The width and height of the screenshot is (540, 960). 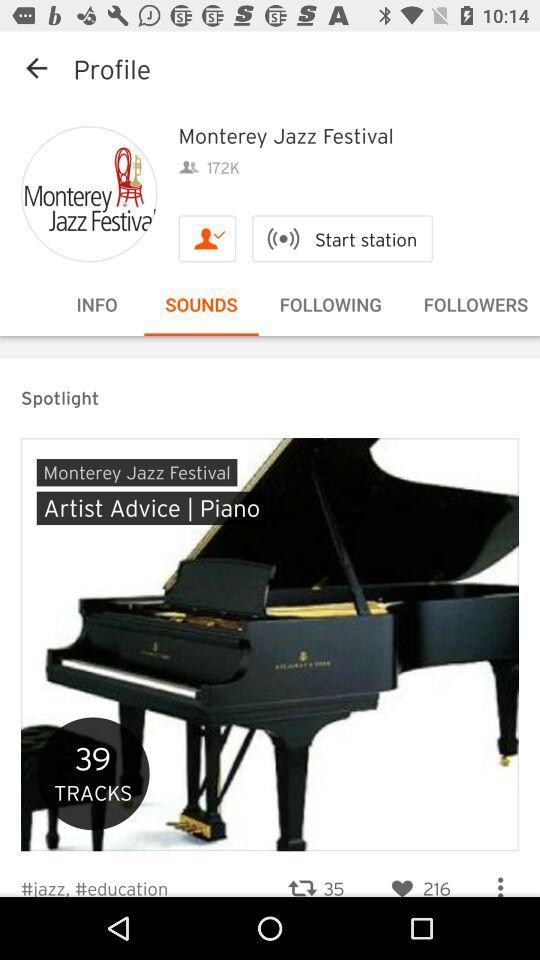 What do you see at coordinates (499, 878) in the screenshot?
I see `more options` at bounding box center [499, 878].